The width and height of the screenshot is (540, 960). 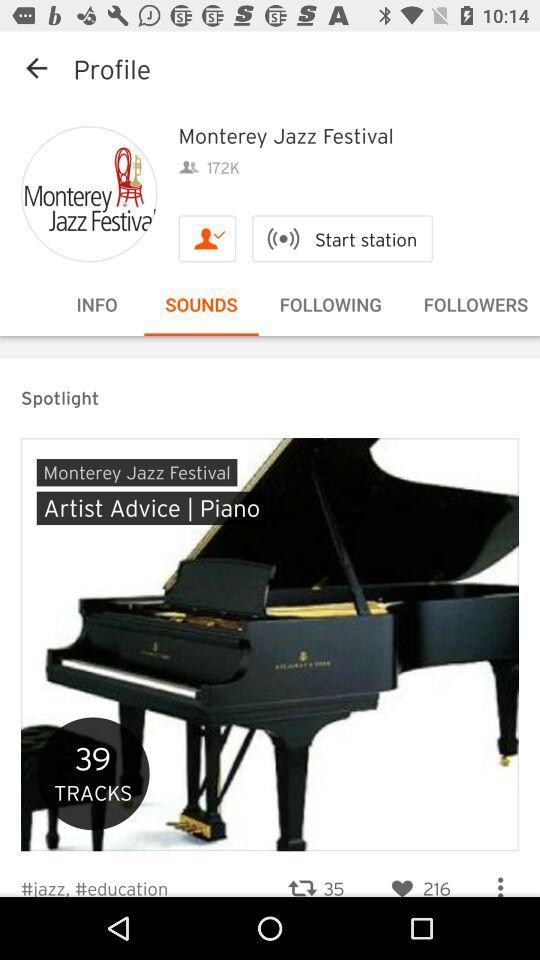 What do you see at coordinates (499, 878) in the screenshot?
I see `more options` at bounding box center [499, 878].